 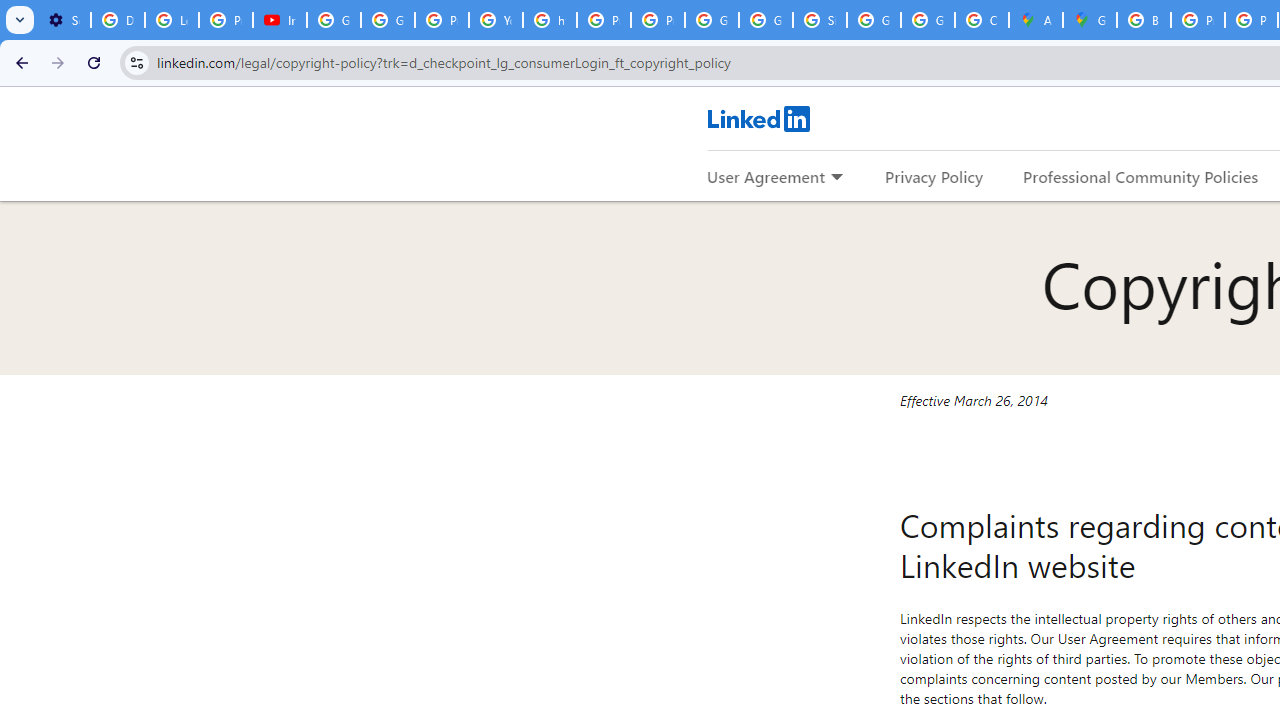 I want to click on 'Google Account Help', so click(x=334, y=20).